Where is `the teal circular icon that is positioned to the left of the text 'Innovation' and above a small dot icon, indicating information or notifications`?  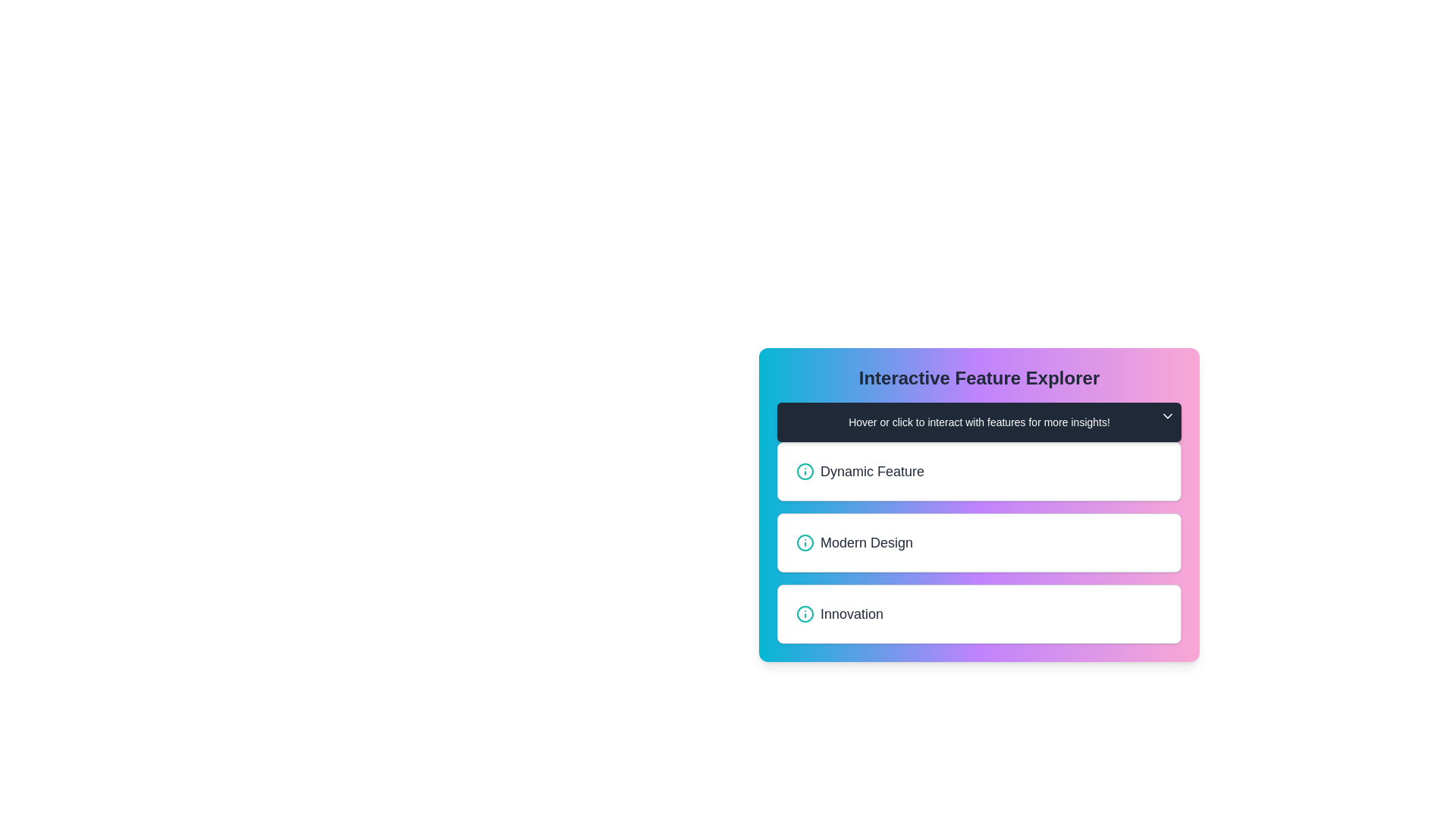 the teal circular icon that is positioned to the left of the text 'Innovation' and above a small dot icon, indicating information or notifications is located at coordinates (804, 614).